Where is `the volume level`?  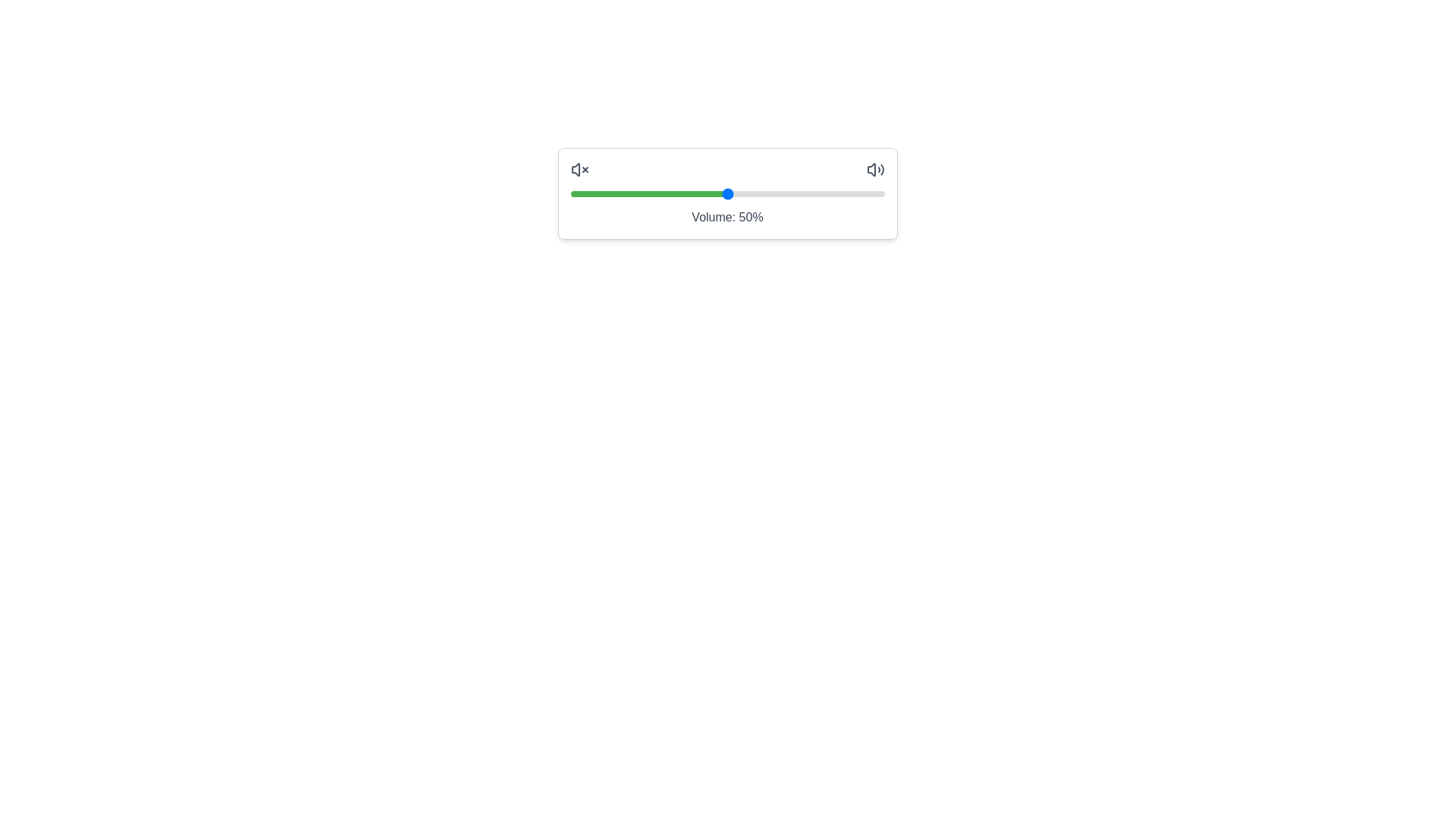
the volume level is located at coordinates (730, 193).